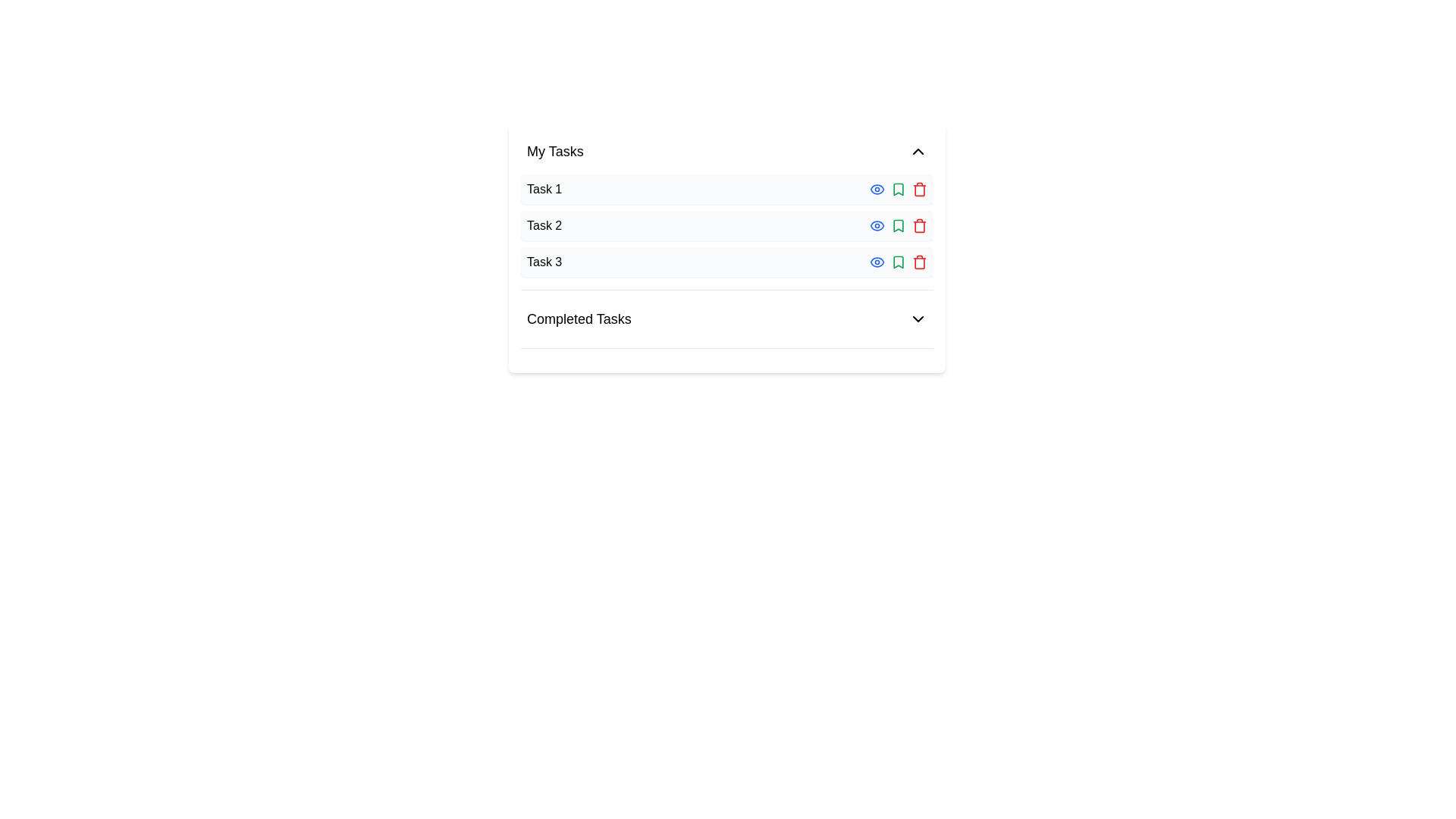 The width and height of the screenshot is (1456, 819). I want to click on the trash icon aligned to the right of 'Task 1', so click(919, 189).